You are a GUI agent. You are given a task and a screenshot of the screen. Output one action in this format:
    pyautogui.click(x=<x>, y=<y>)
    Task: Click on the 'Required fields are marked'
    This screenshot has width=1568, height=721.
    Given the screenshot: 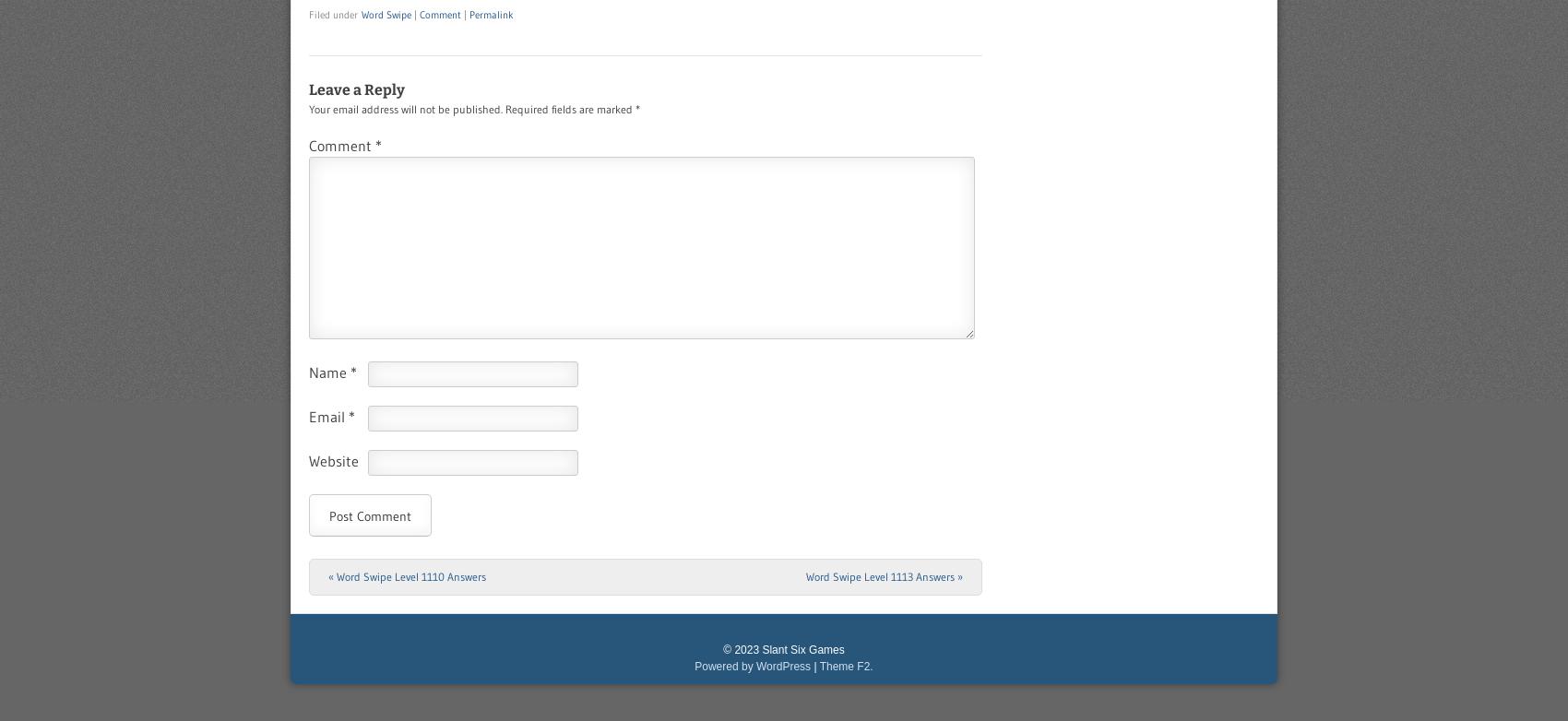 What is the action you would take?
    pyautogui.click(x=505, y=109)
    